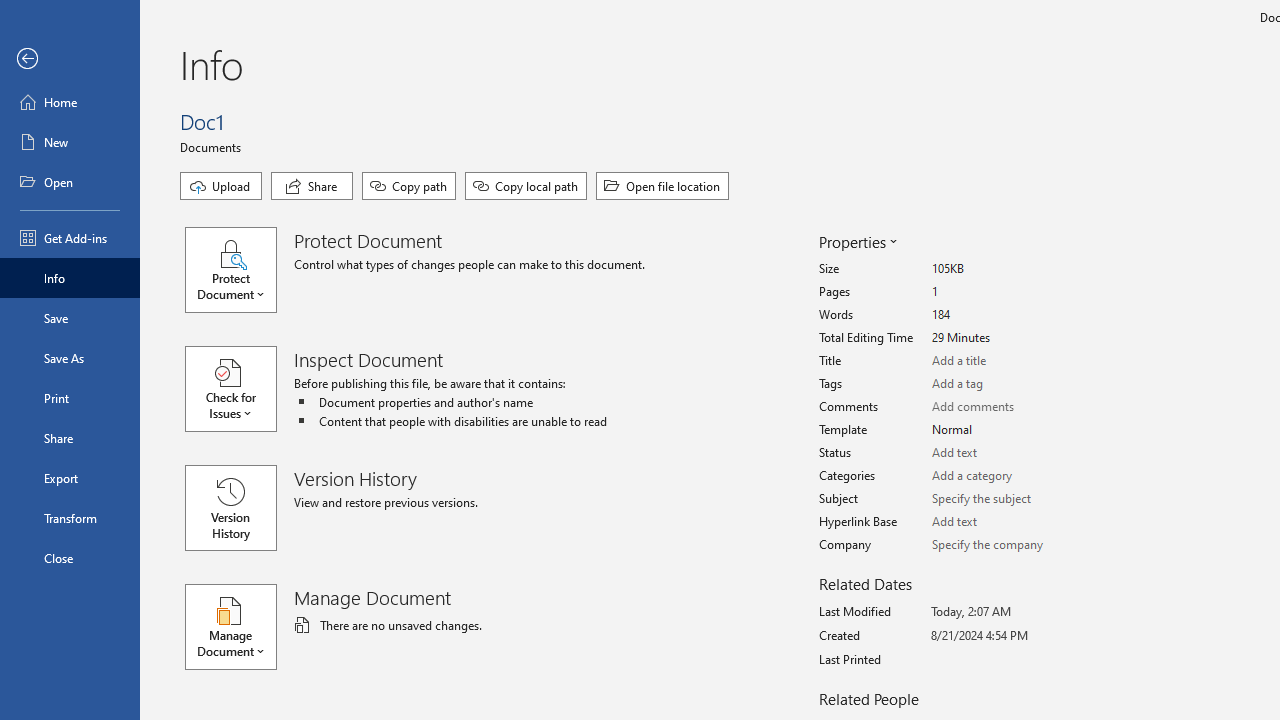  Describe the element at coordinates (69, 478) in the screenshot. I see `'Export'` at that location.